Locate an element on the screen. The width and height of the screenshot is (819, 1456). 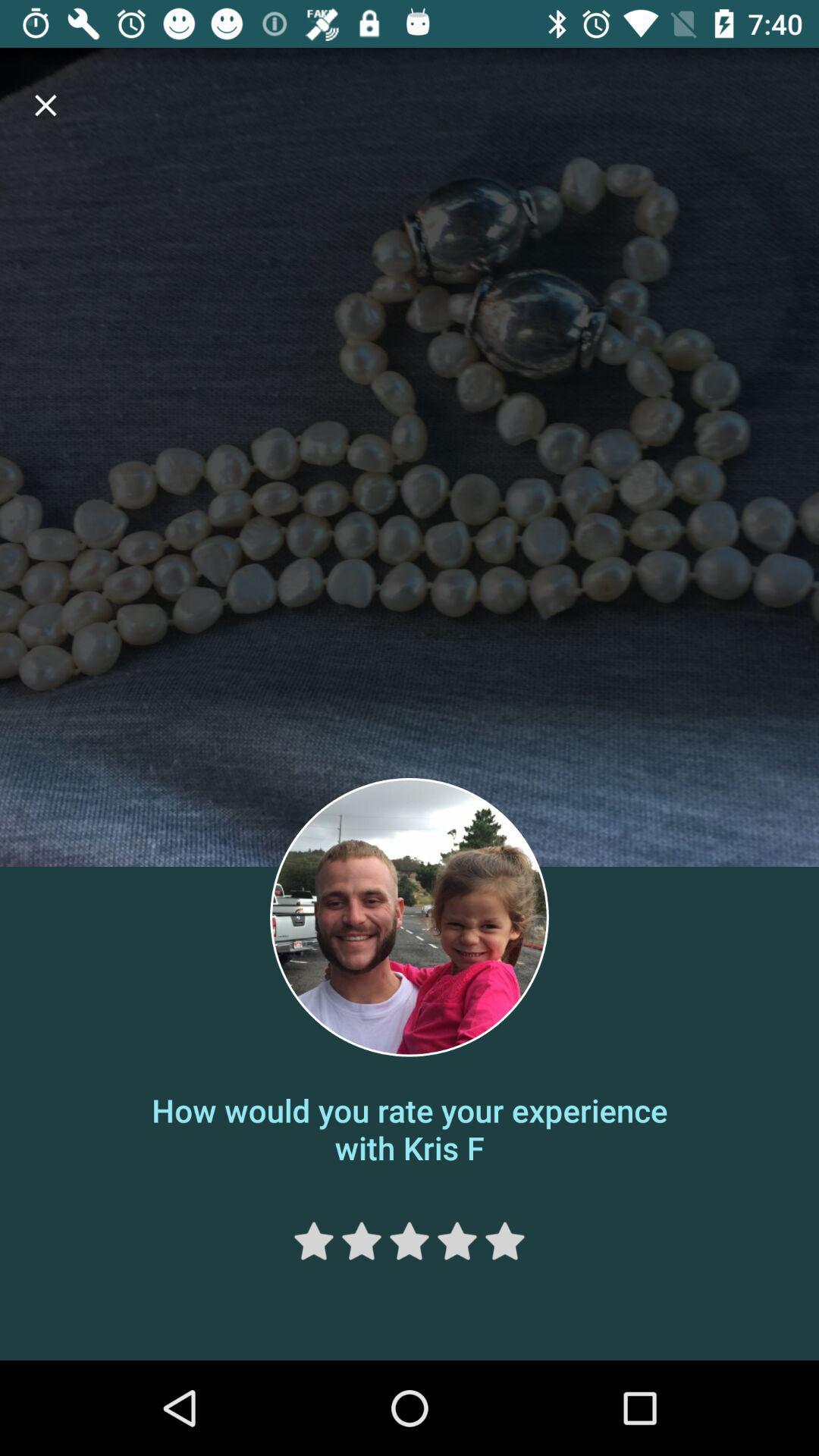
choose five star rating is located at coordinates (505, 1241).